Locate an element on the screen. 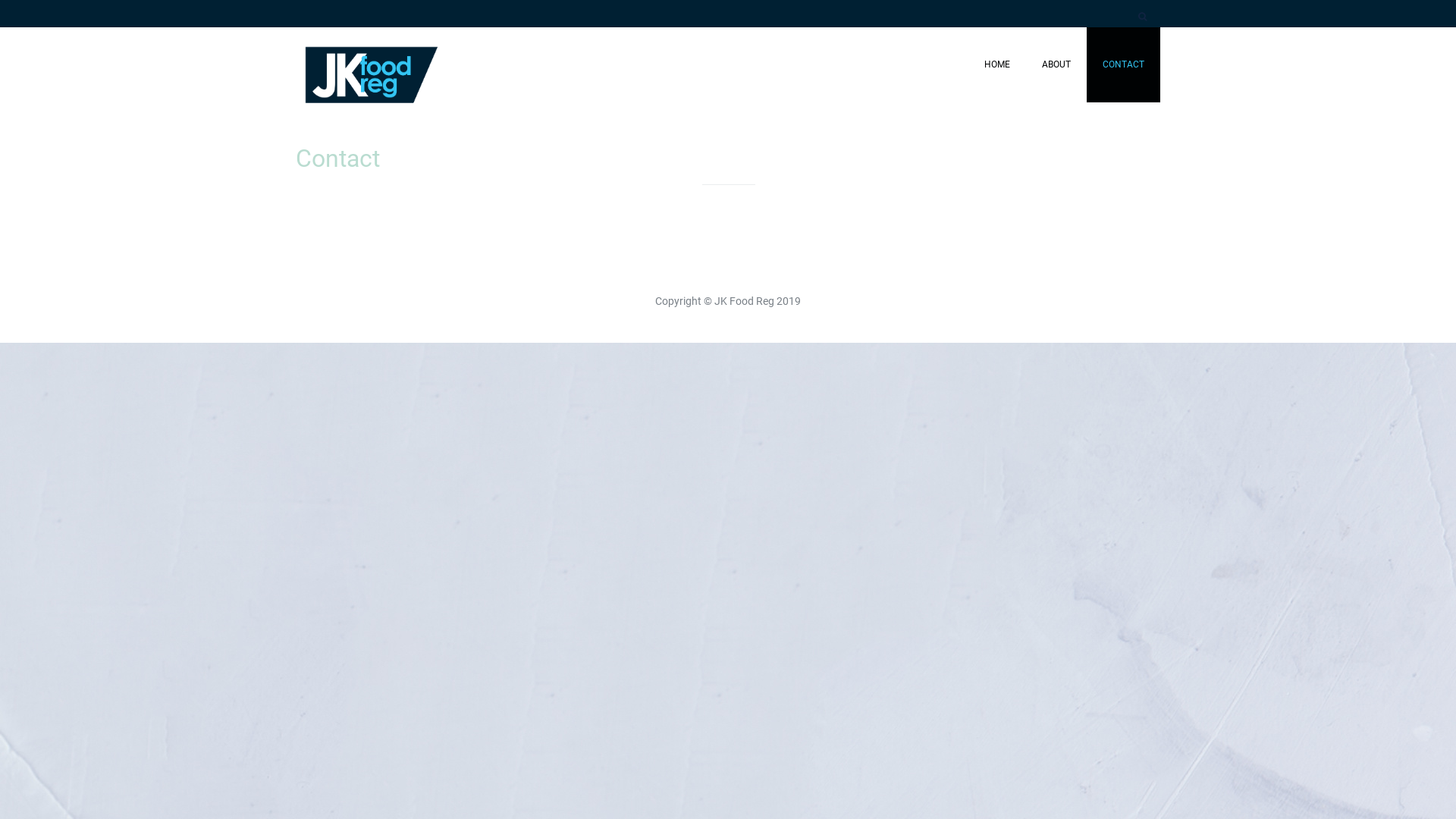  'ABOUT' is located at coordinates (1026, 64).